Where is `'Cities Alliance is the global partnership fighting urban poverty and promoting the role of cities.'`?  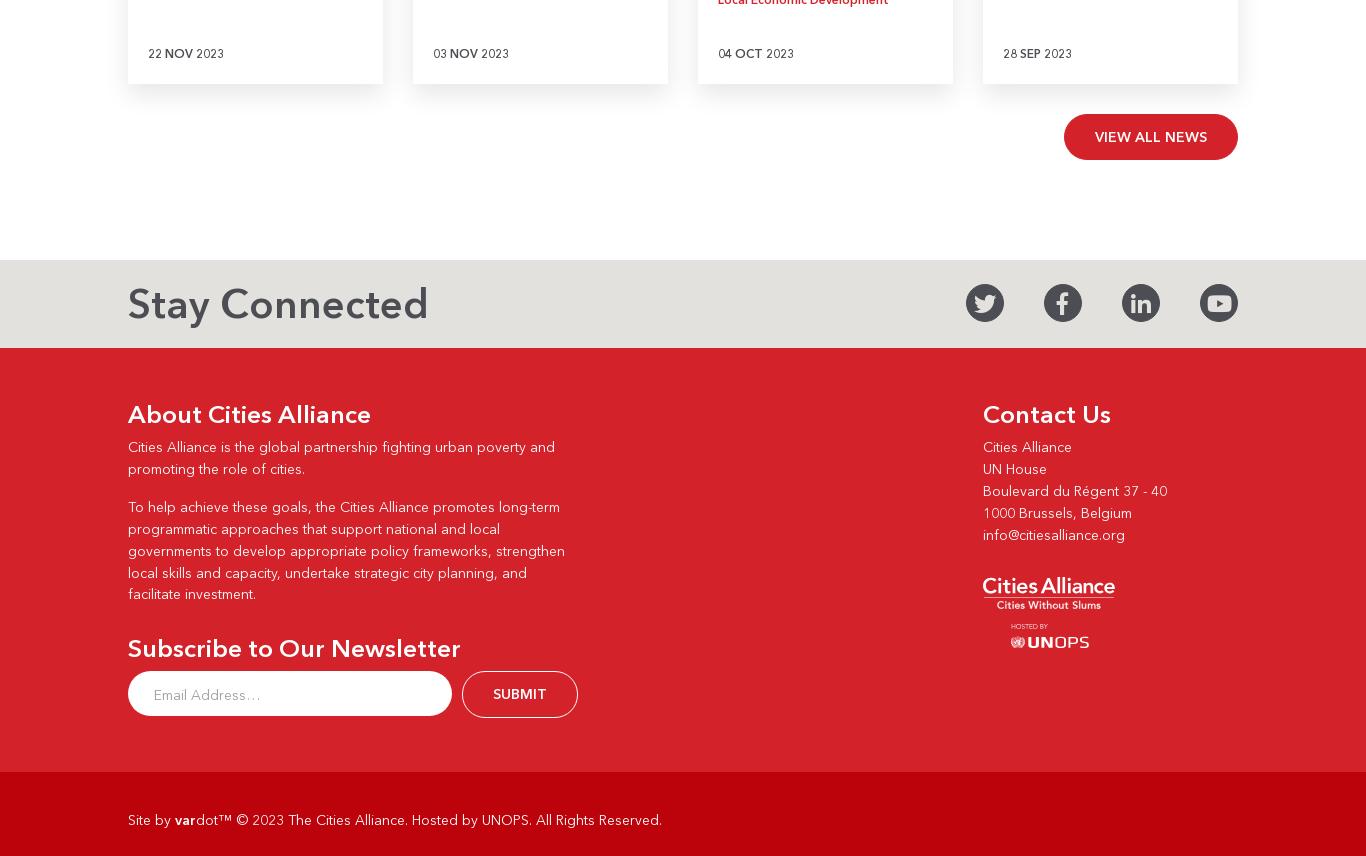 'Cities Alliance is the global partnership fighting urban poverty and promoting the role of cities.' is located at coordinates (341, 457).